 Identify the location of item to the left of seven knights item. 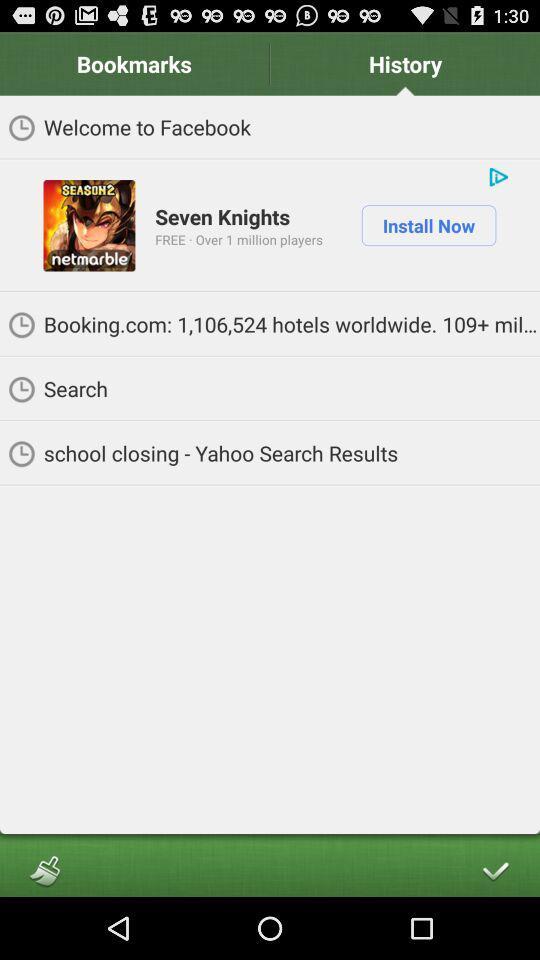
(88, 225).